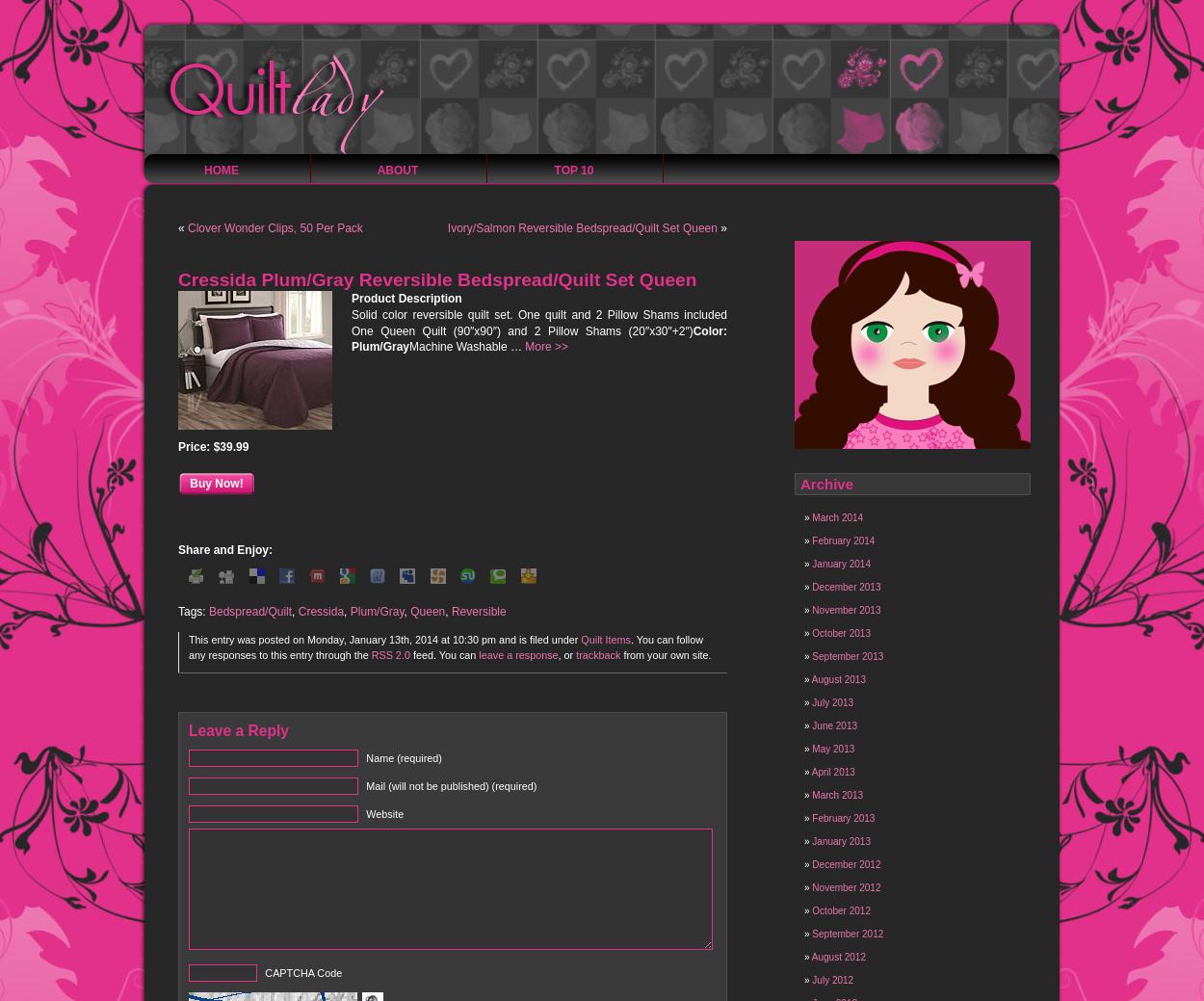 The image size is (1204, 1001). Describe the element at coordinates (846, 887) in the screenshot. I see `'November 2012'` at that location.